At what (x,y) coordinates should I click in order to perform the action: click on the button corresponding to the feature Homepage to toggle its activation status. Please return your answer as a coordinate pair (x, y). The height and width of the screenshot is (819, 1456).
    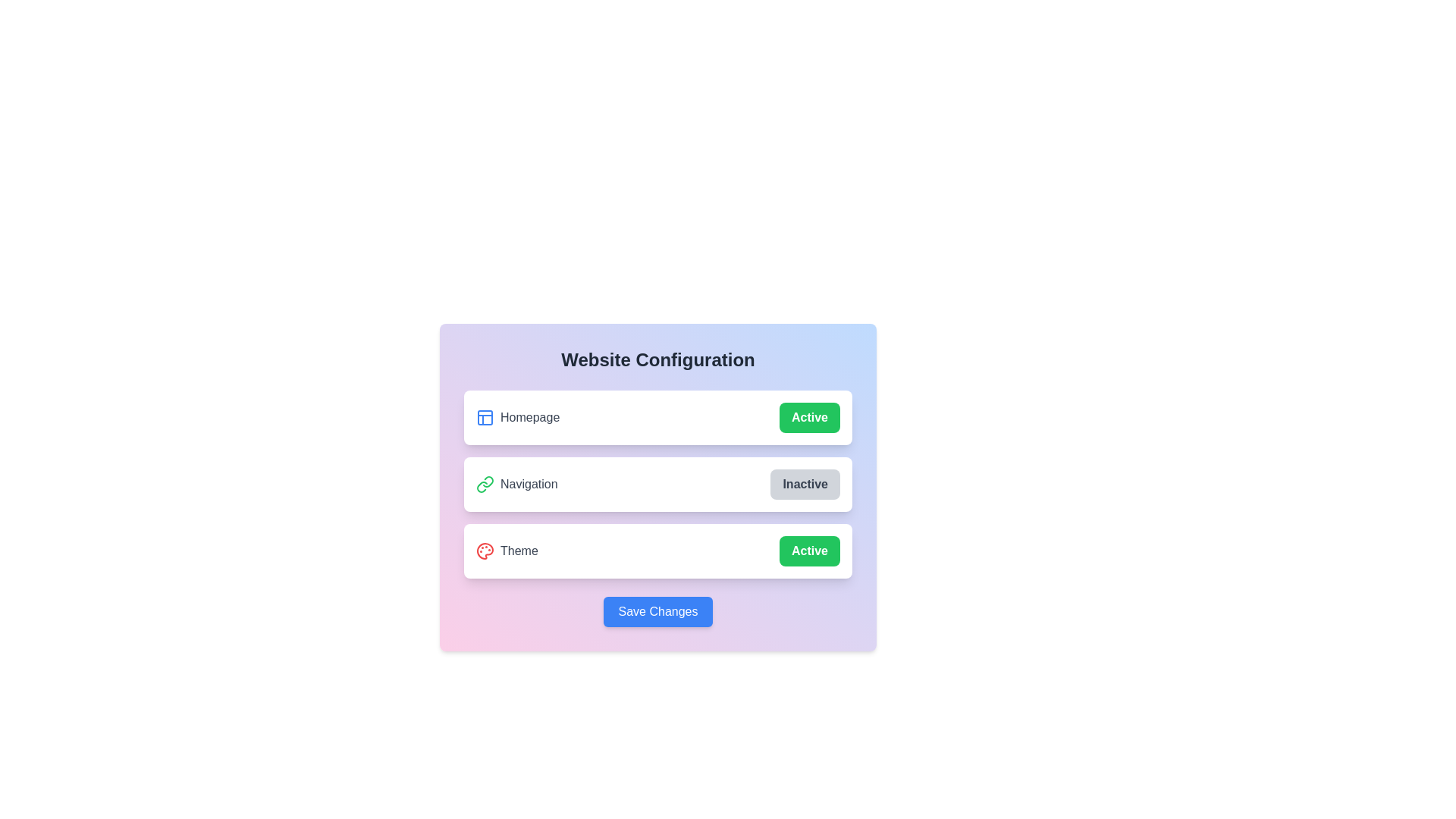
    Looking at the image, I should click on (808, 418).